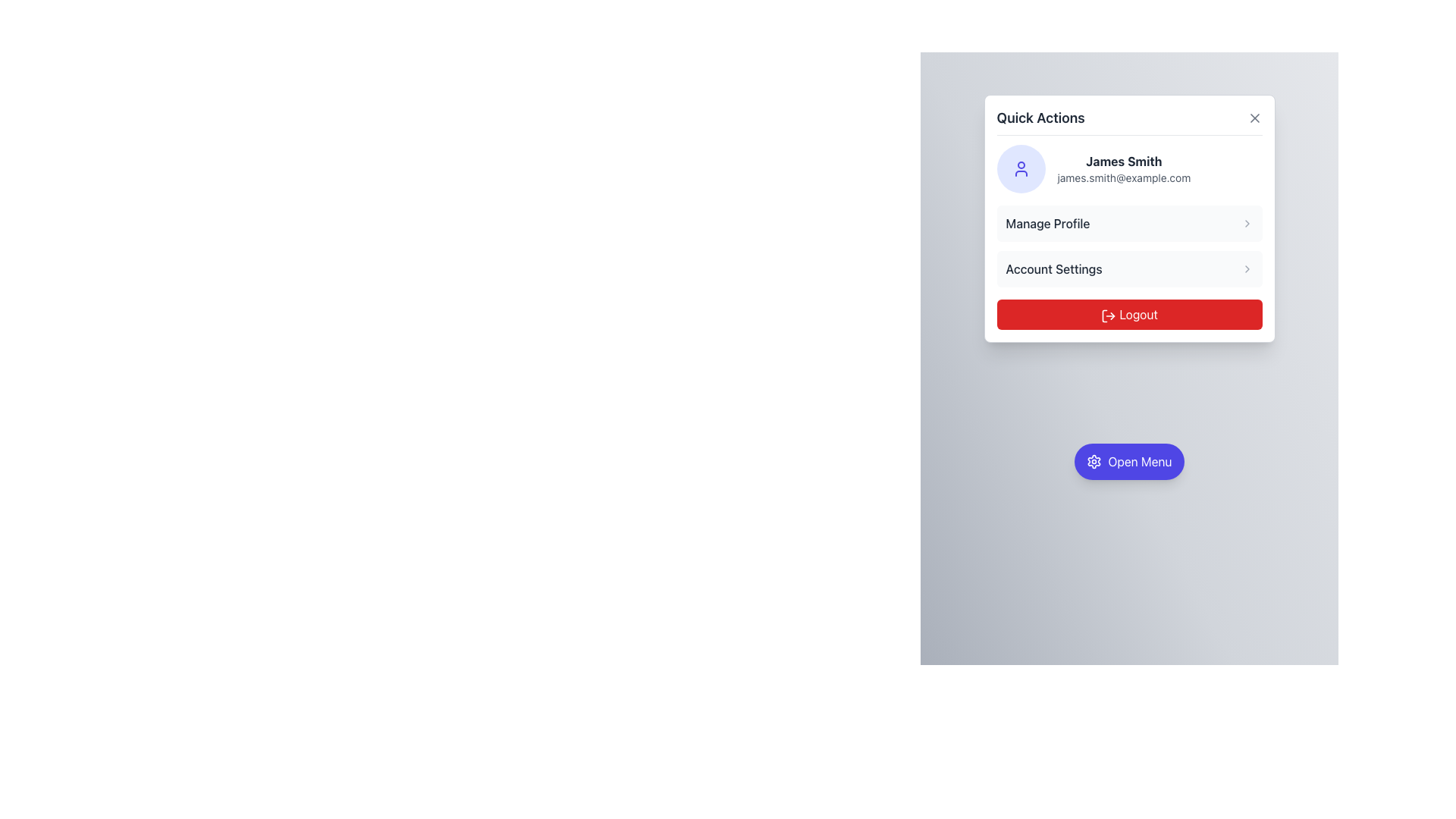 This screenshot has height=819, width=1456. Describe the element at coordinates (1053, 268) in the screenshot. I see `the menu item label that signifies account settings in the dropdown modal` at that location.